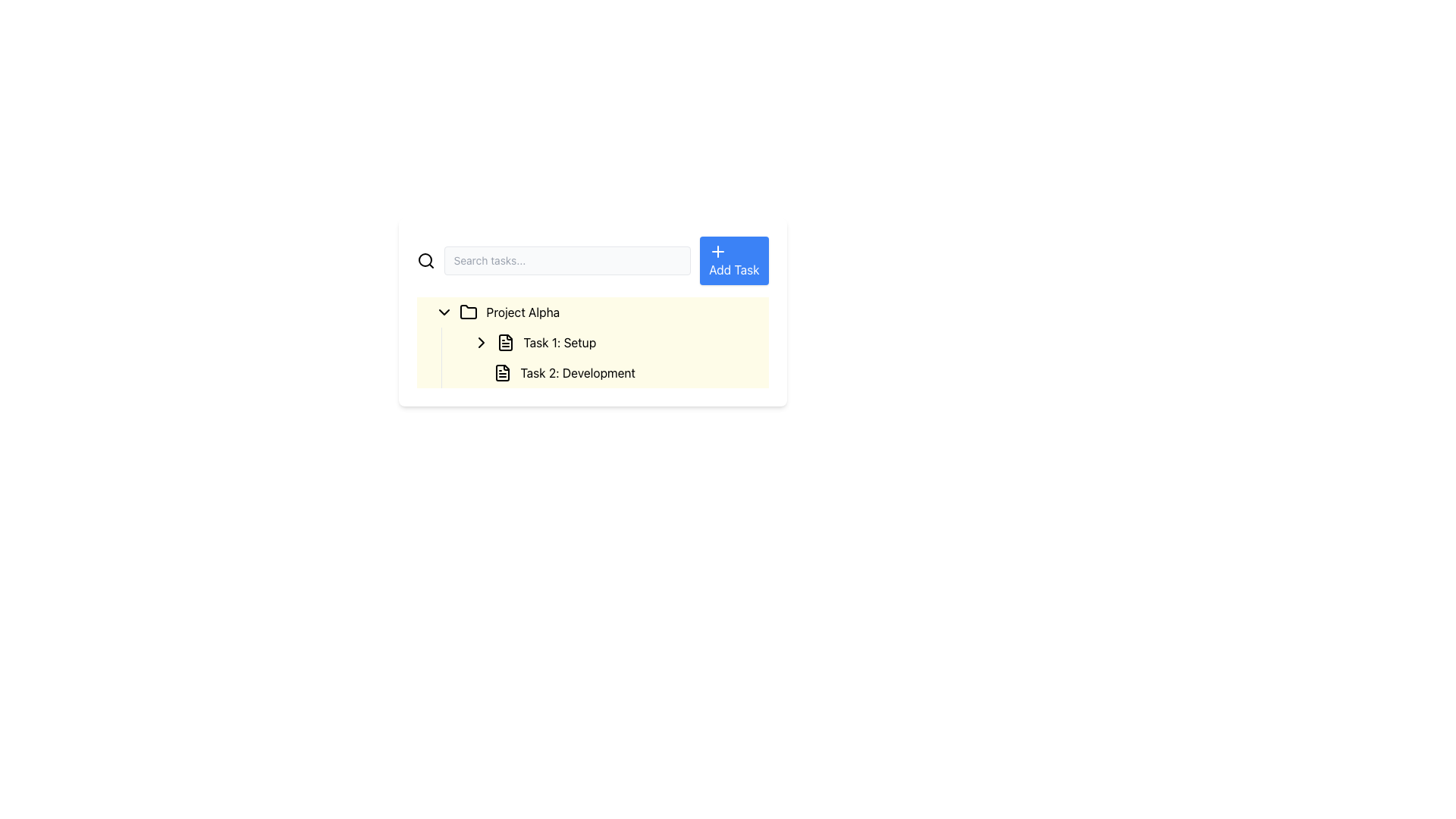 This screenshot has height=819, width=1456. I want to click on the SVG Circle Element that represents the lens of the magnifying glass in the search icon, so click(425, 259).